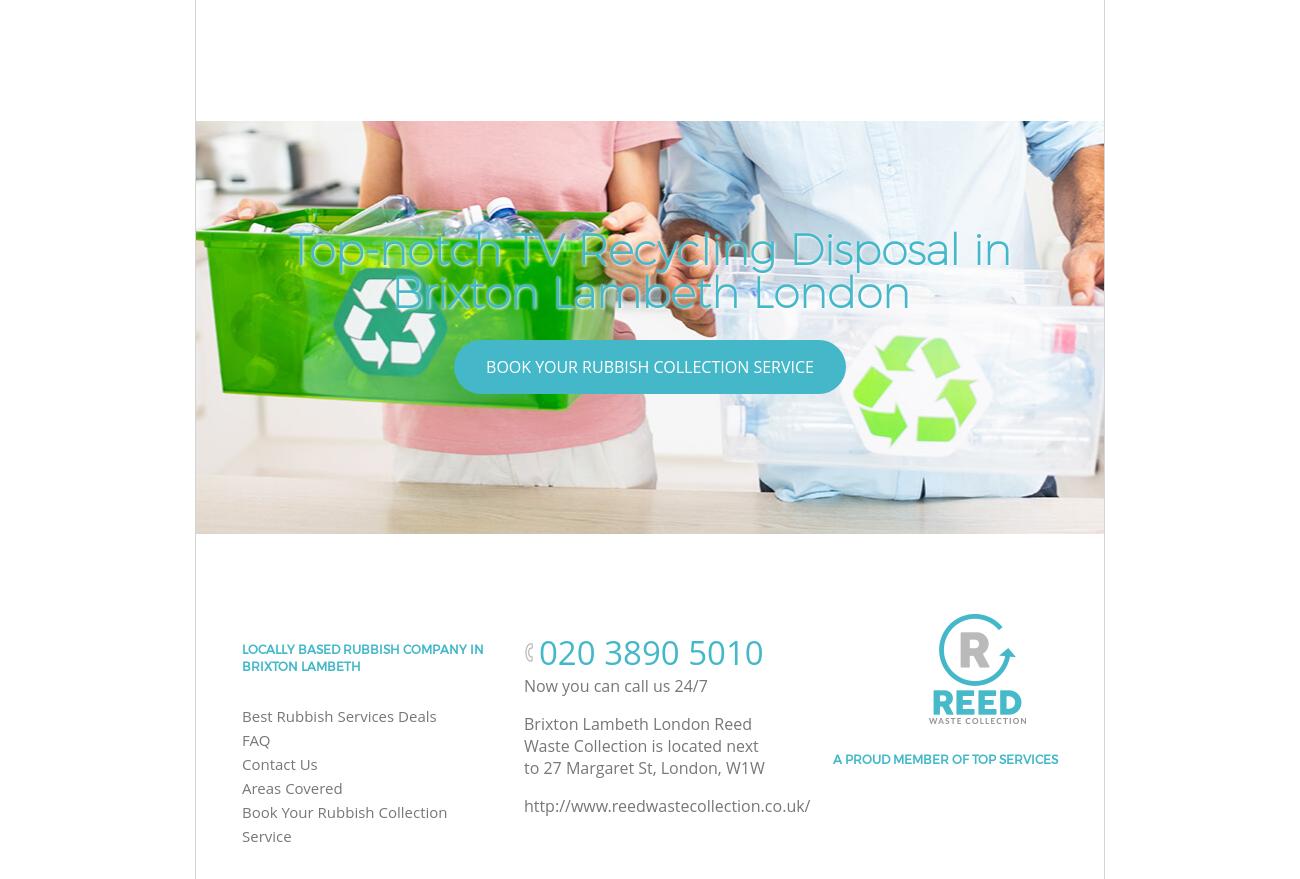 Image resolution: width=1300 pixels, height=879 pixels. What do you see at coordinates (652, 767) in the screenshot?
I see `'27 Margaret St, London, W1W'` at bounding box center [652, 767].